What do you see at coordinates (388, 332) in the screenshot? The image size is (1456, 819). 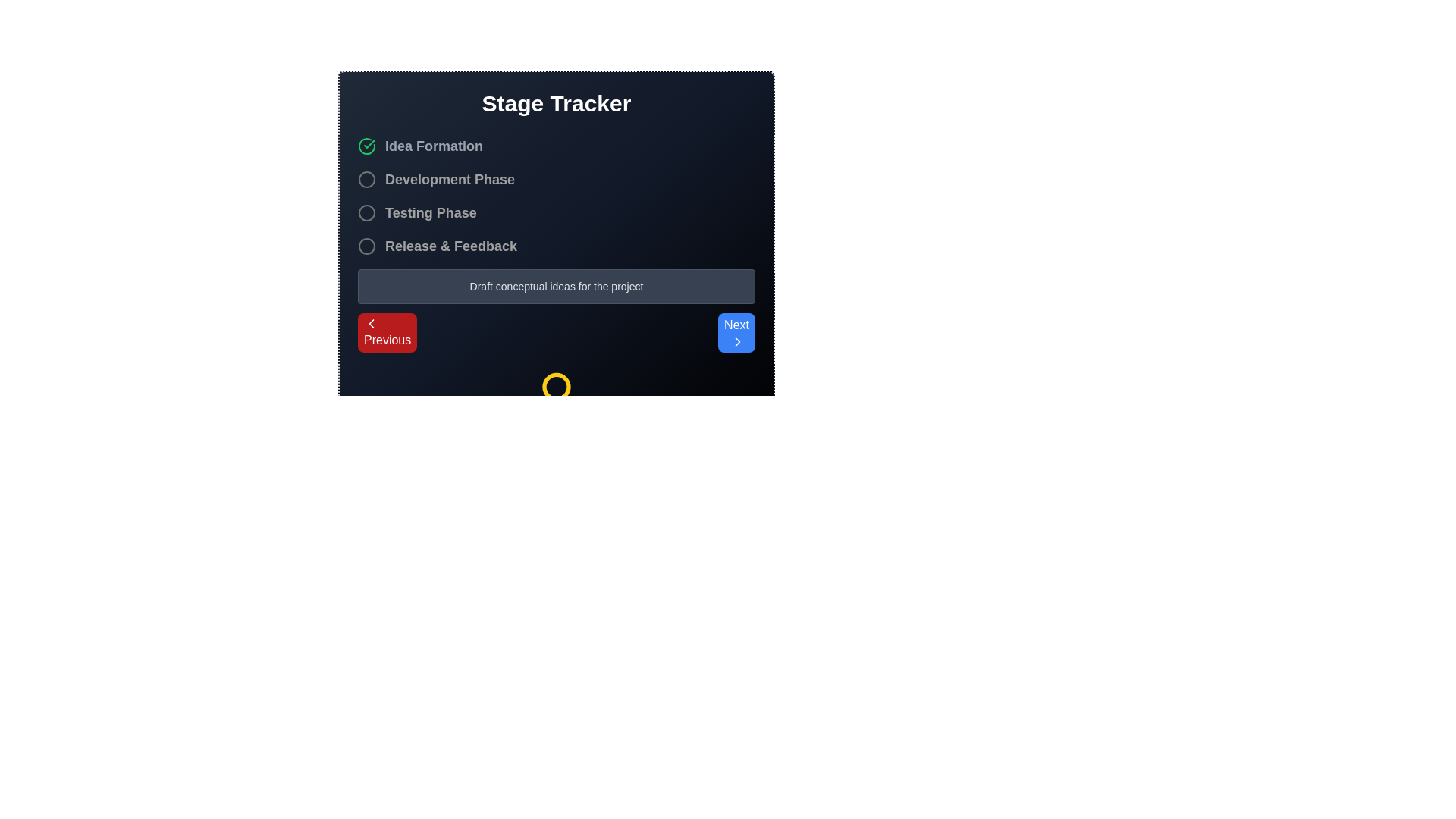 I see `the leftmost navigation button located at the bottom of the interface` at bounding box center [388, 332].